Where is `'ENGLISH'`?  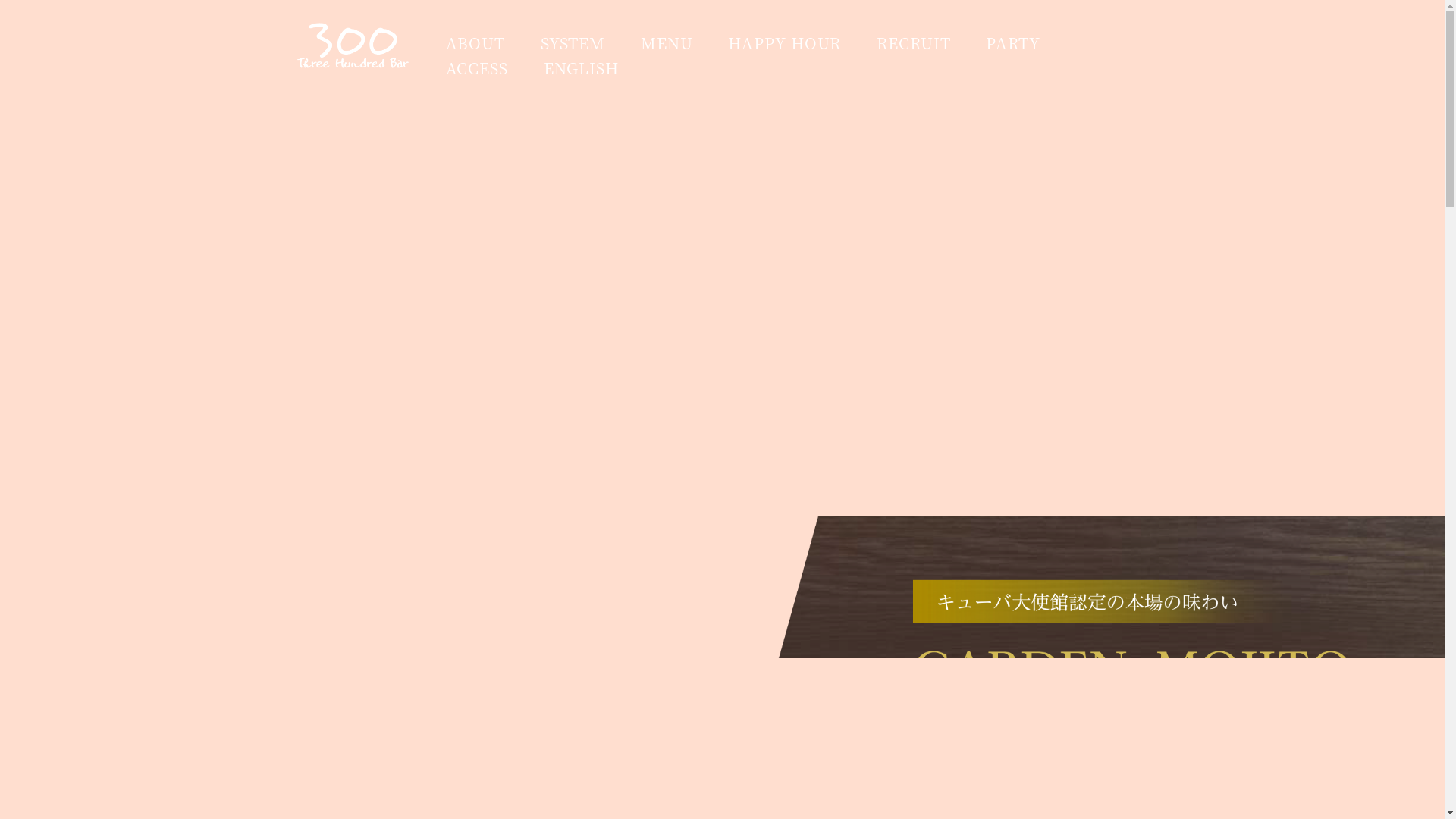
'ENGLISH' is located at coordinates (580, 67).